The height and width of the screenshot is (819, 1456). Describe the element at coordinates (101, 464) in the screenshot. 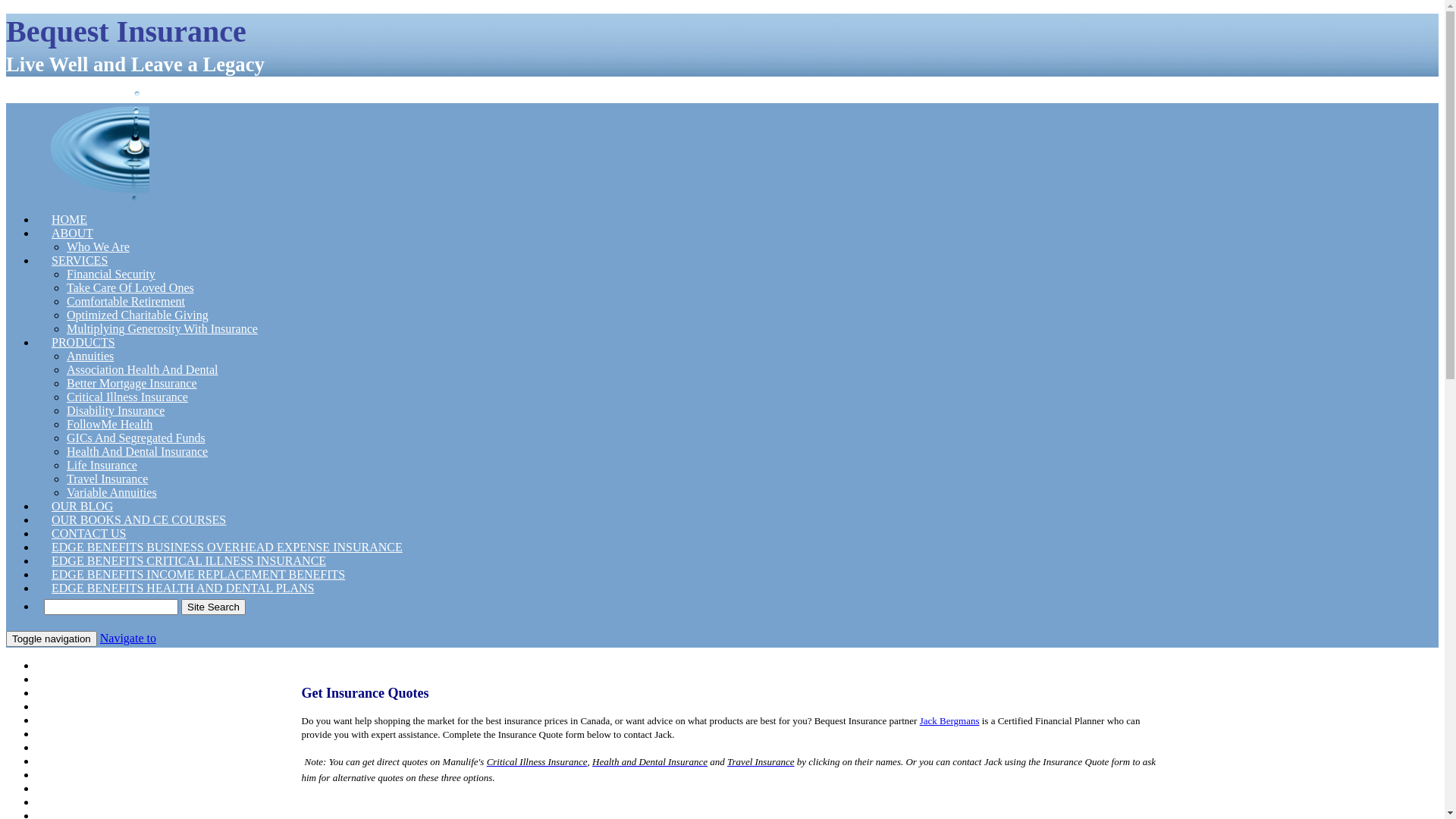

I see `'Life Insurance'` at that location.